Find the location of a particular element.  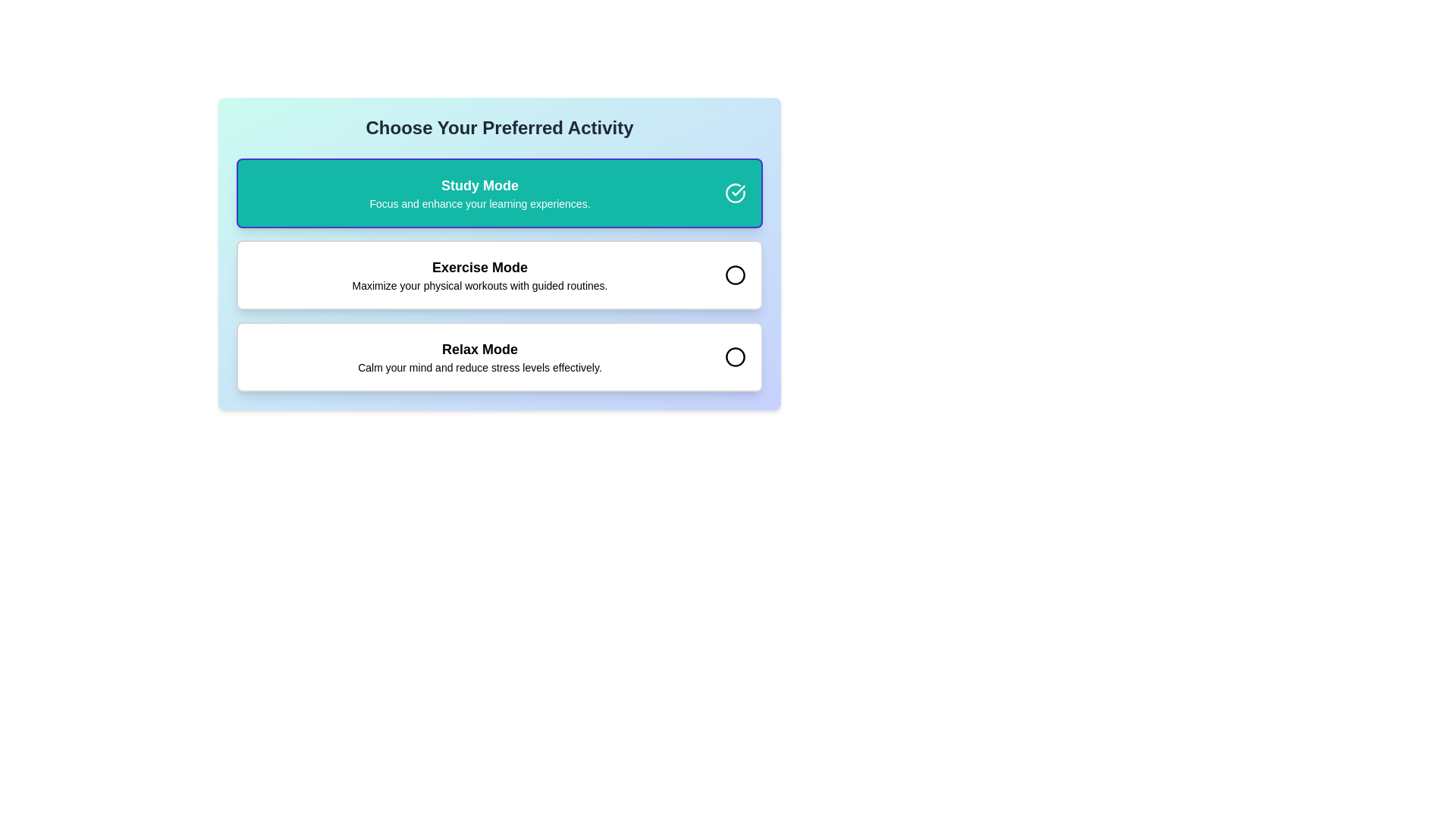

the third option in the vertically arranged list of activity options that presents a relaxation mode, located between 'Exercise Mode' and a circular selection control is located at coordinates (479, 356).